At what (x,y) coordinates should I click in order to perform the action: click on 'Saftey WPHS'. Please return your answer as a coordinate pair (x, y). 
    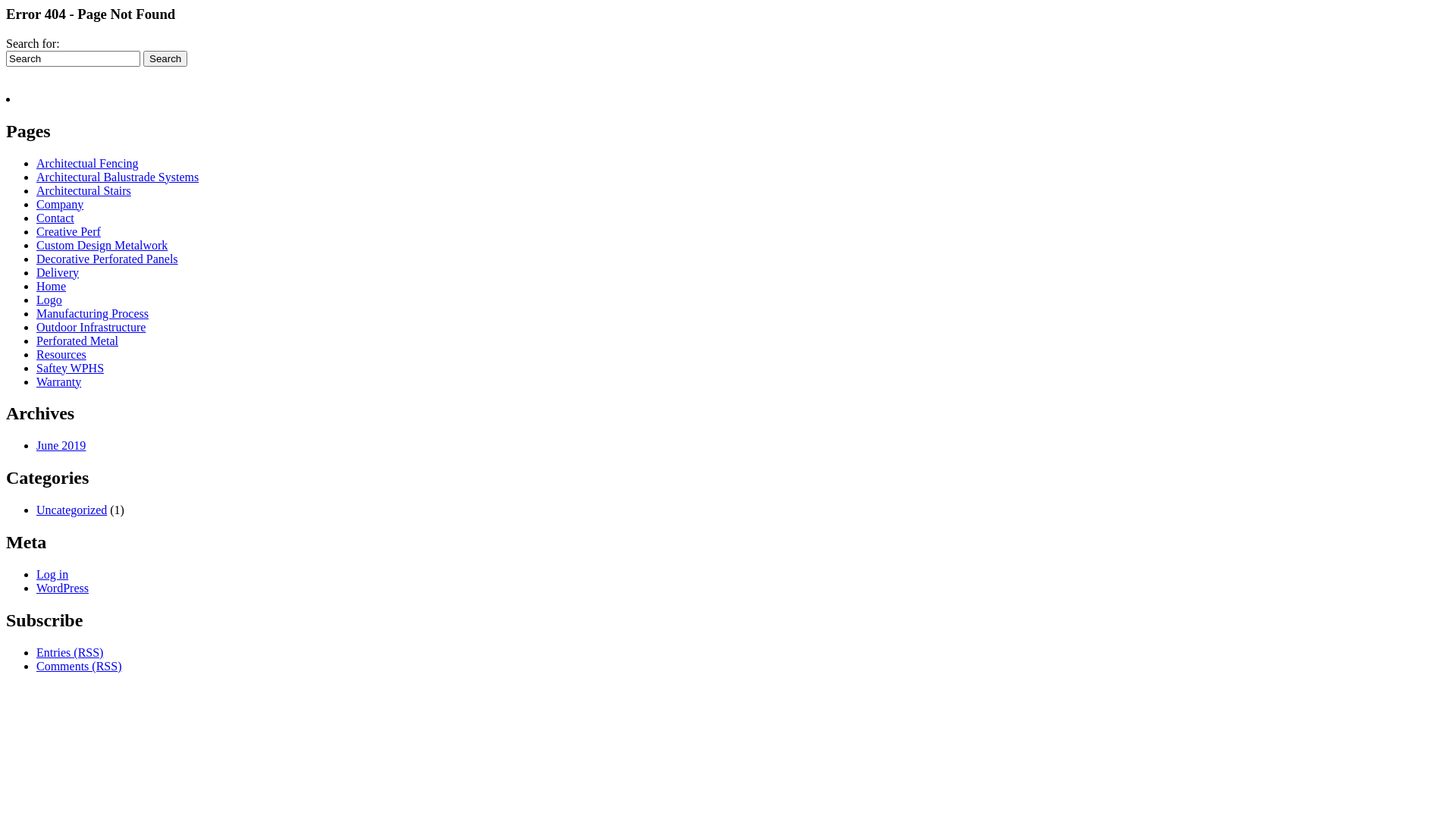
    Looking at the image, I should click on (69, 368).